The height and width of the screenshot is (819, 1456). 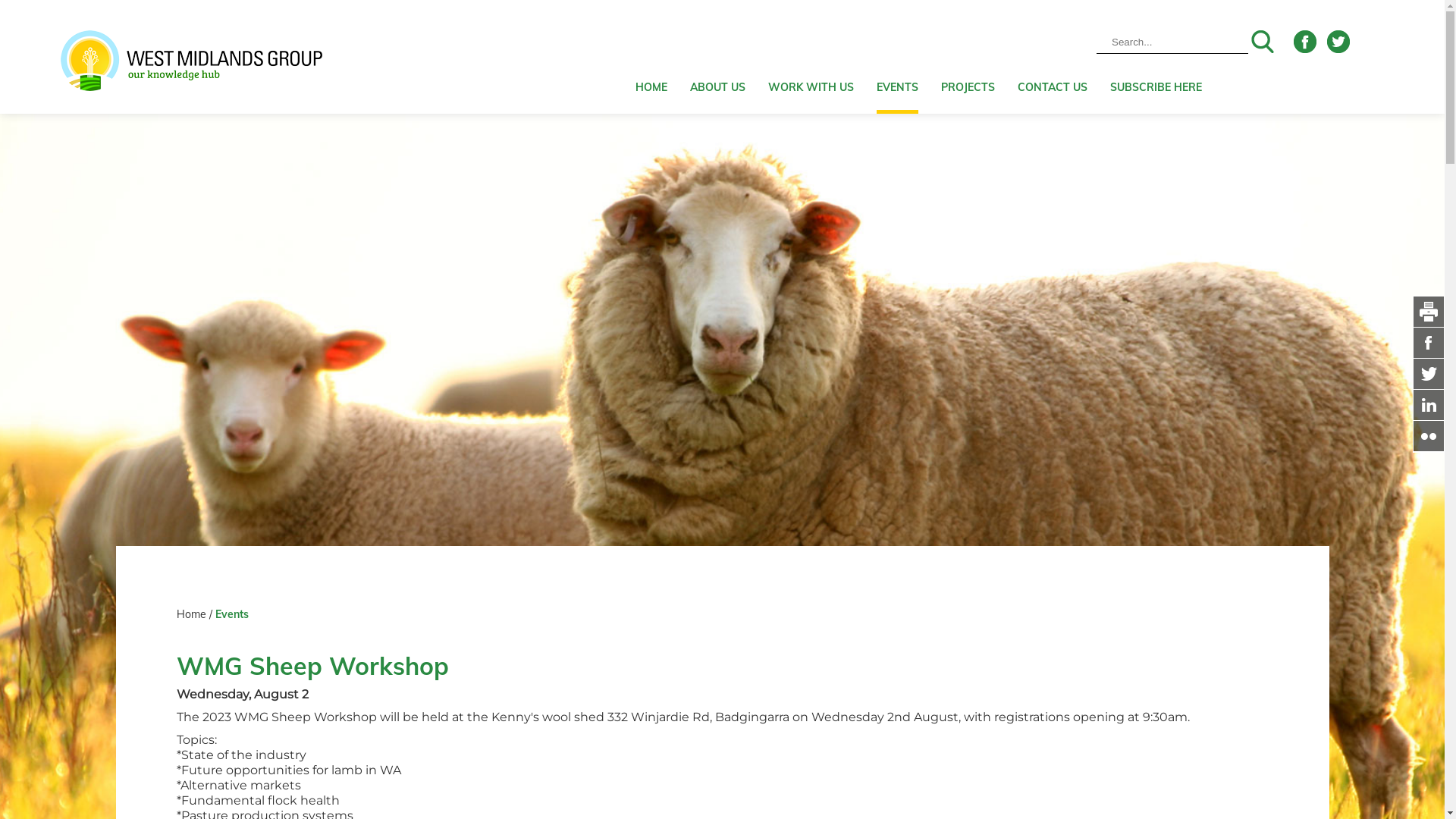 I want to click on 'Enter the terms you wish to search for.', so click(x=1171, y=41).